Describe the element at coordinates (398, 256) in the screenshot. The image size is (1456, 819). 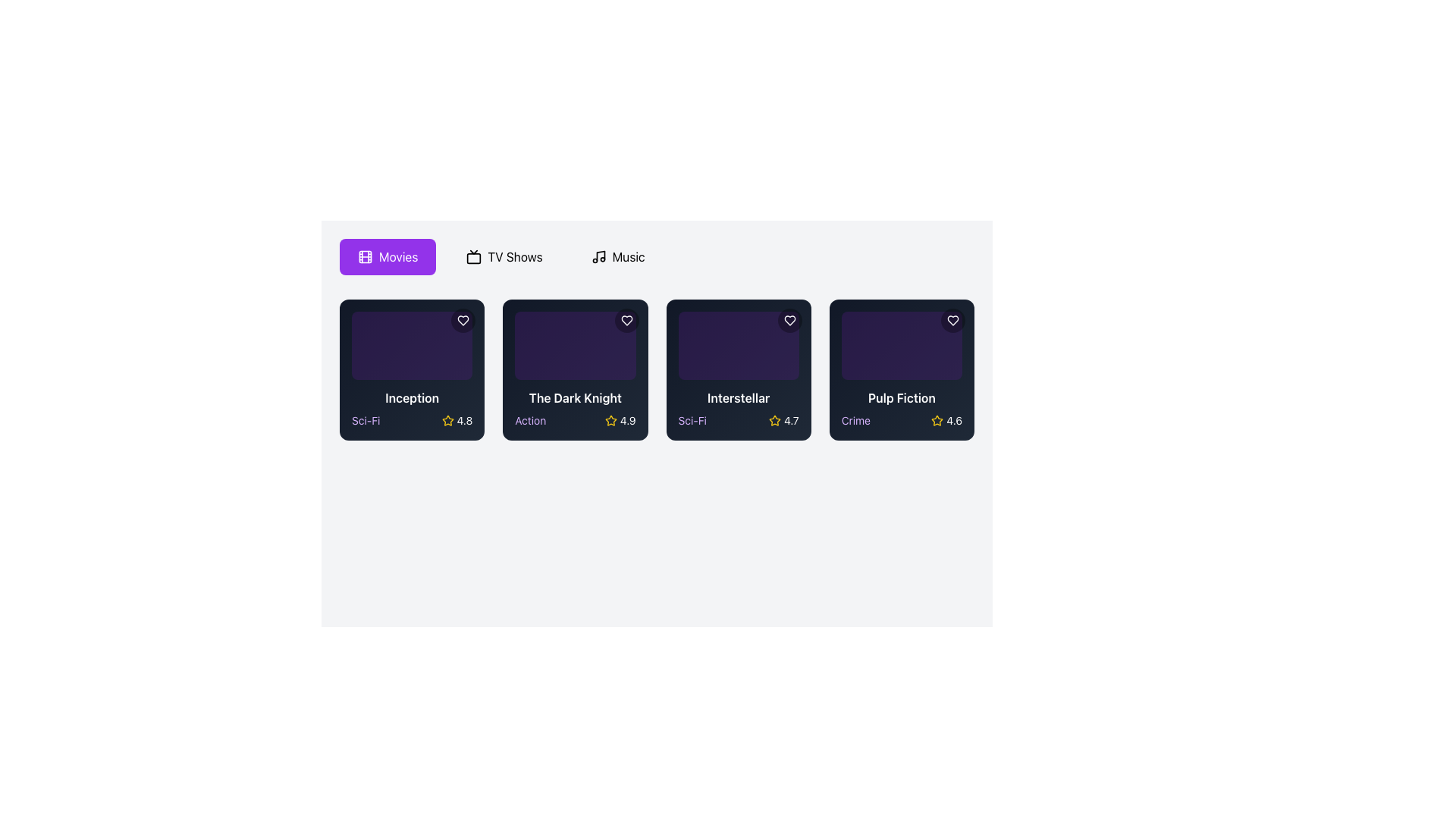
I see `the 'Movies' text label, which is styled in white font against a purple background` at that location.